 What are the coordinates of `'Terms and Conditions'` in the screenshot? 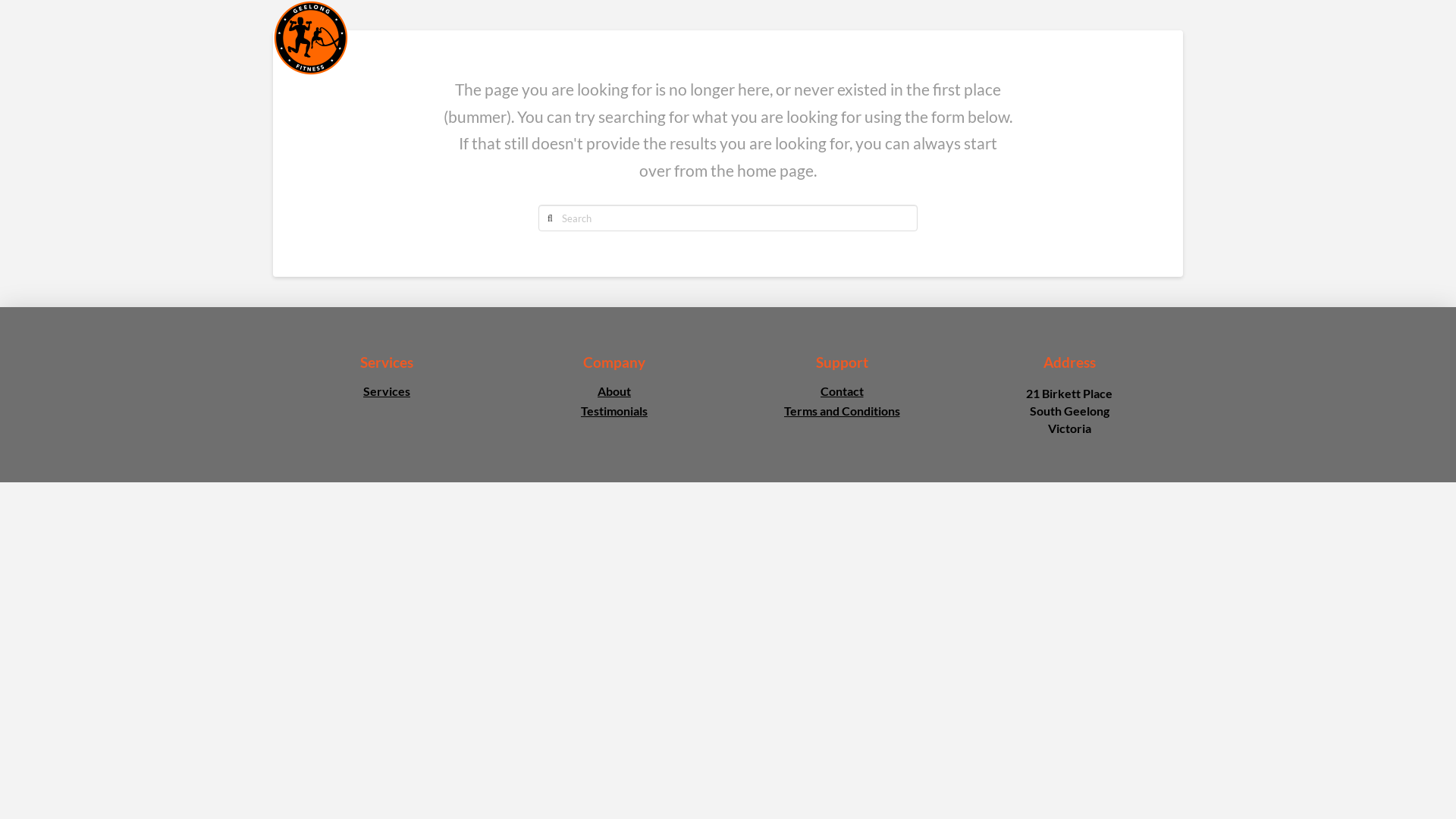 It's located at (783, 415).